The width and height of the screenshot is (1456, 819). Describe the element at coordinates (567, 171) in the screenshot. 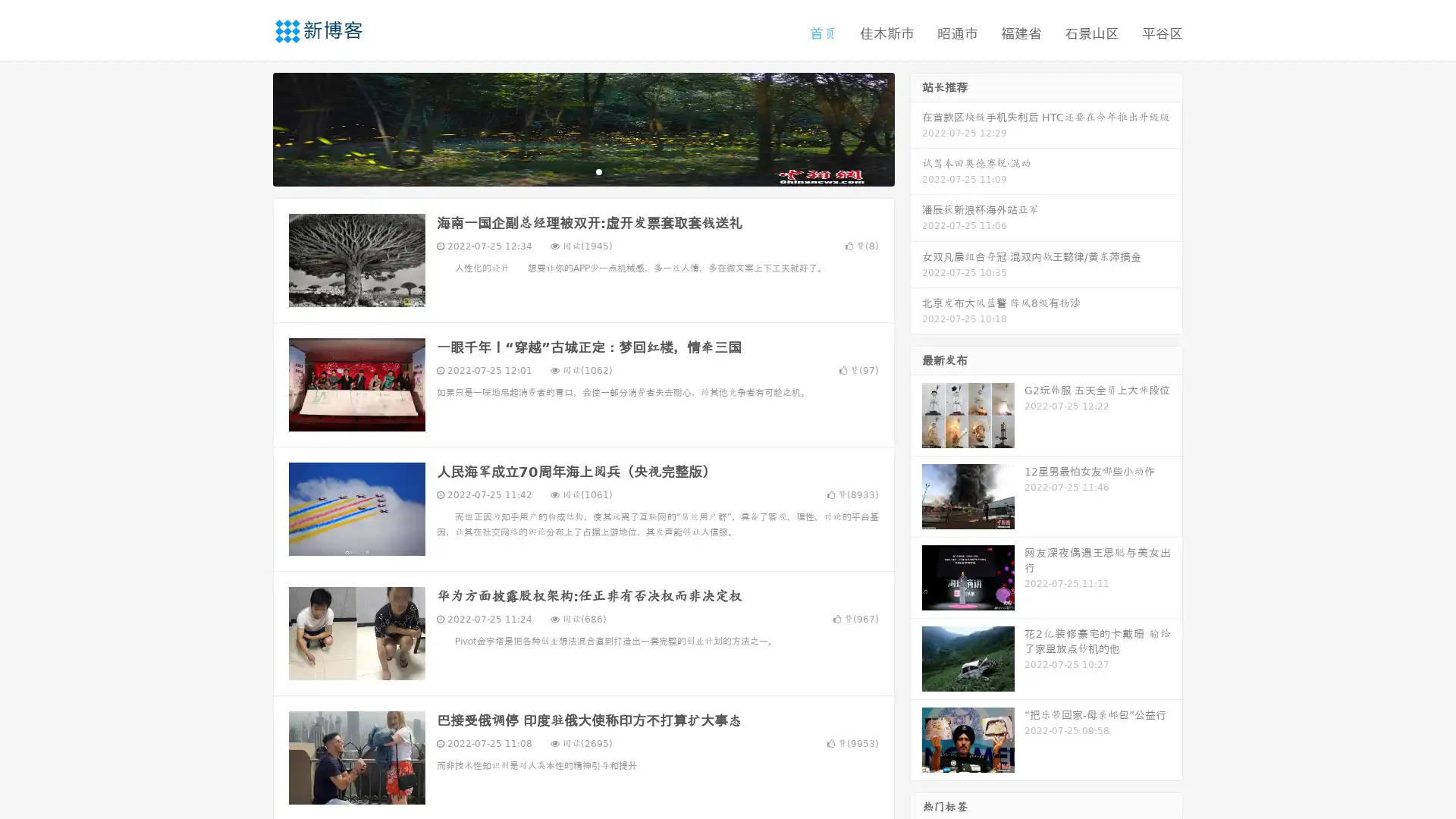

I see `Go to slide 1` at that location.